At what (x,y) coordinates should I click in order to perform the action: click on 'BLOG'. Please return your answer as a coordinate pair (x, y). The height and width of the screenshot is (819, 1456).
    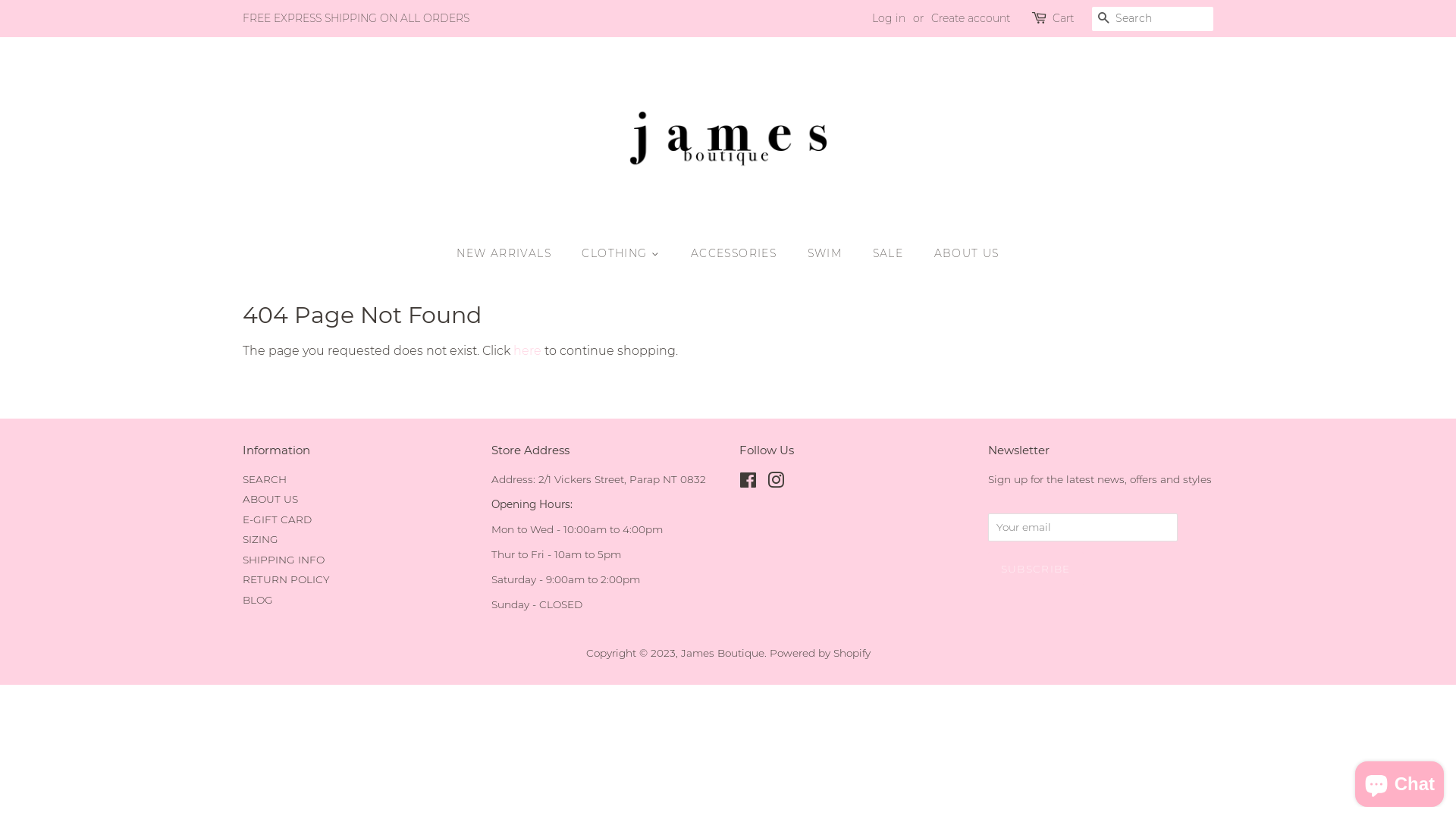
    Looking at the image, I should click on (258, 598).